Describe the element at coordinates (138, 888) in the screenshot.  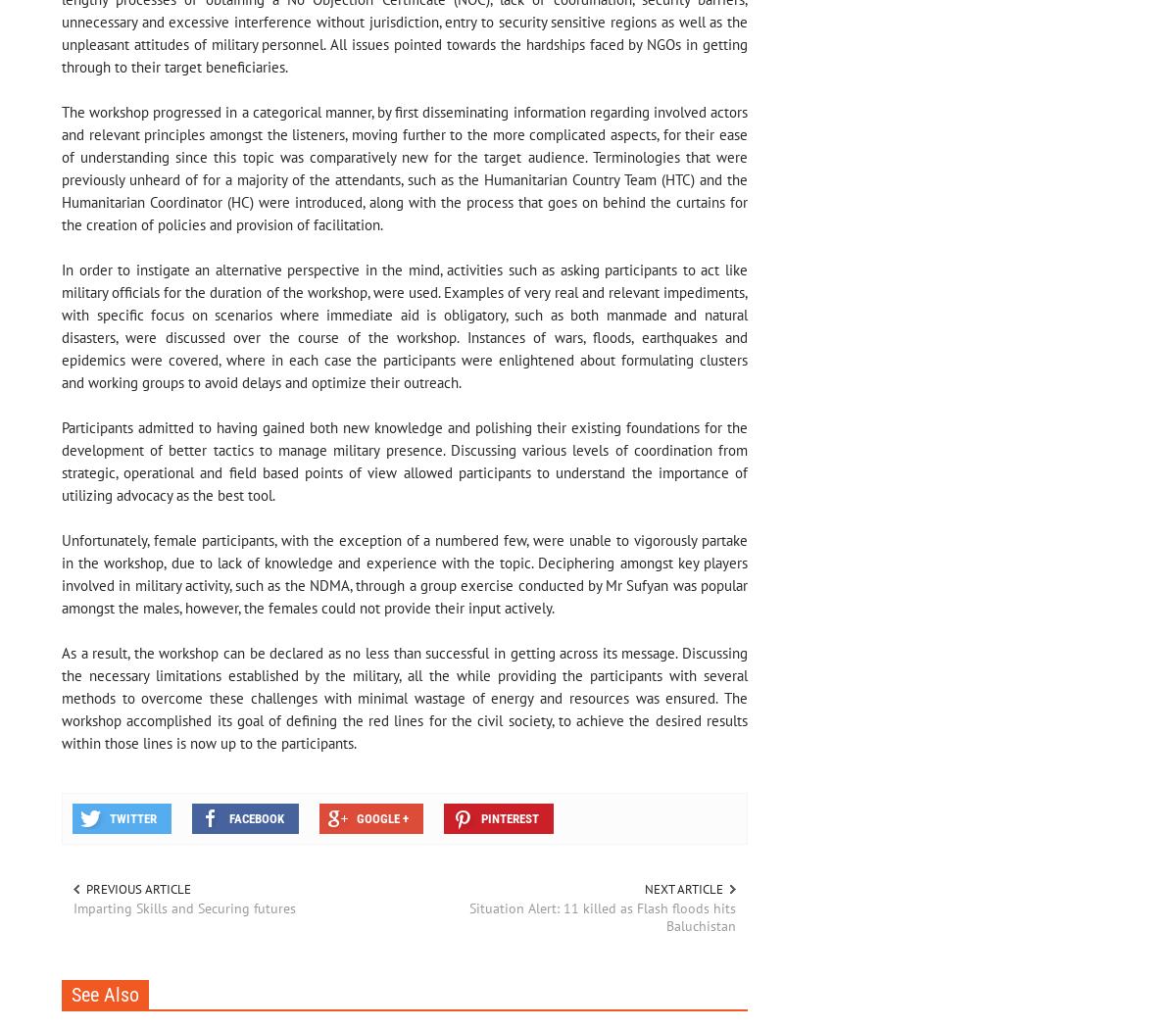
I see `'Previous article'` at that location.